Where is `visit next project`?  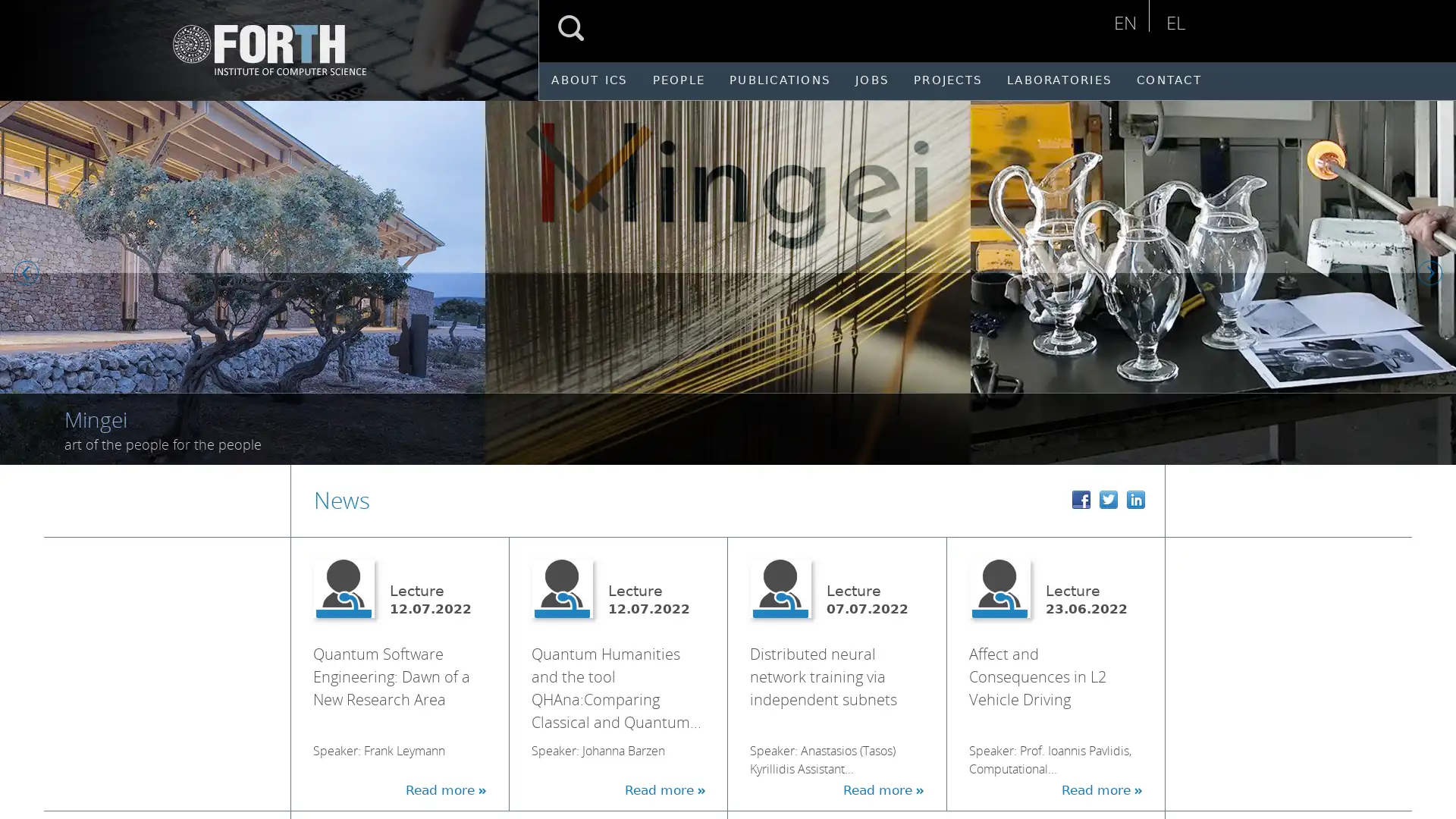 visit next project is located at coordinates (1432, 274).